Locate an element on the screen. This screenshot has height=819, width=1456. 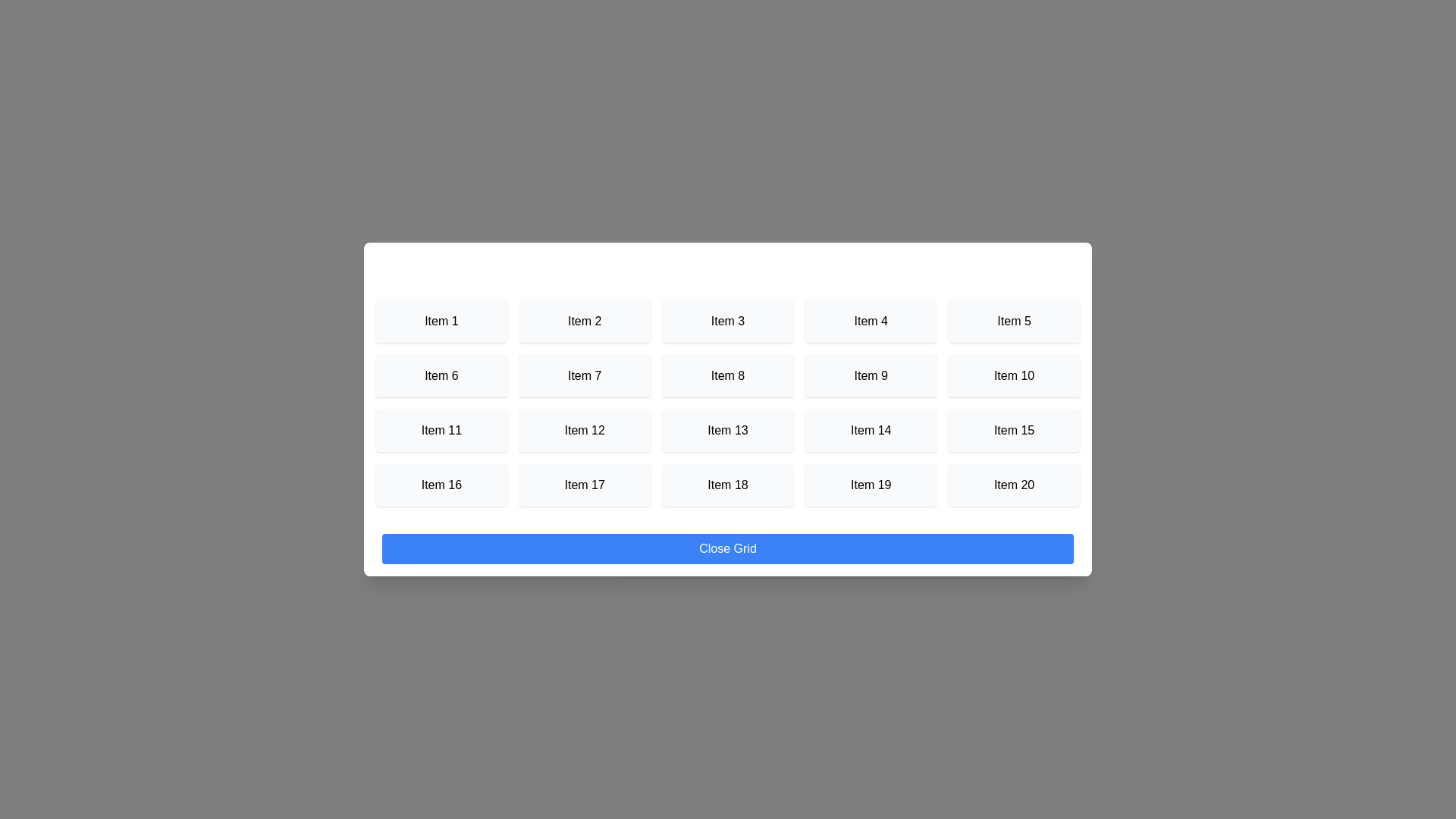
'Close Grid' button to close the dialog is located at coordinates (728, 549).